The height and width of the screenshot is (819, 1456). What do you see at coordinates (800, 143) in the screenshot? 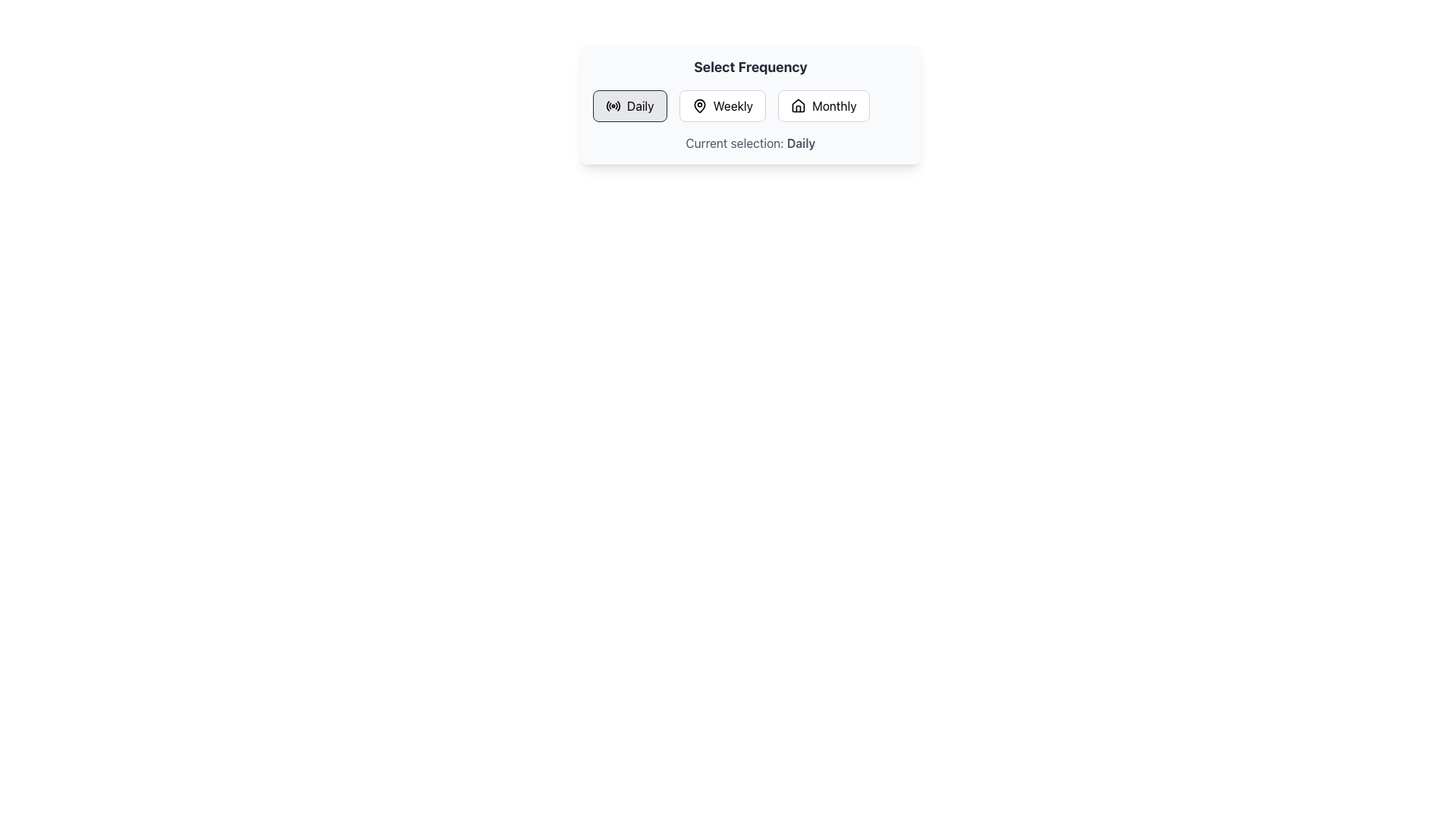
I see `the Text Label that indicates the current selected frequency option, specifically the bold word 'Daily' in the sentence 'Current selection: Daily'` at bounding box center [800, 143].